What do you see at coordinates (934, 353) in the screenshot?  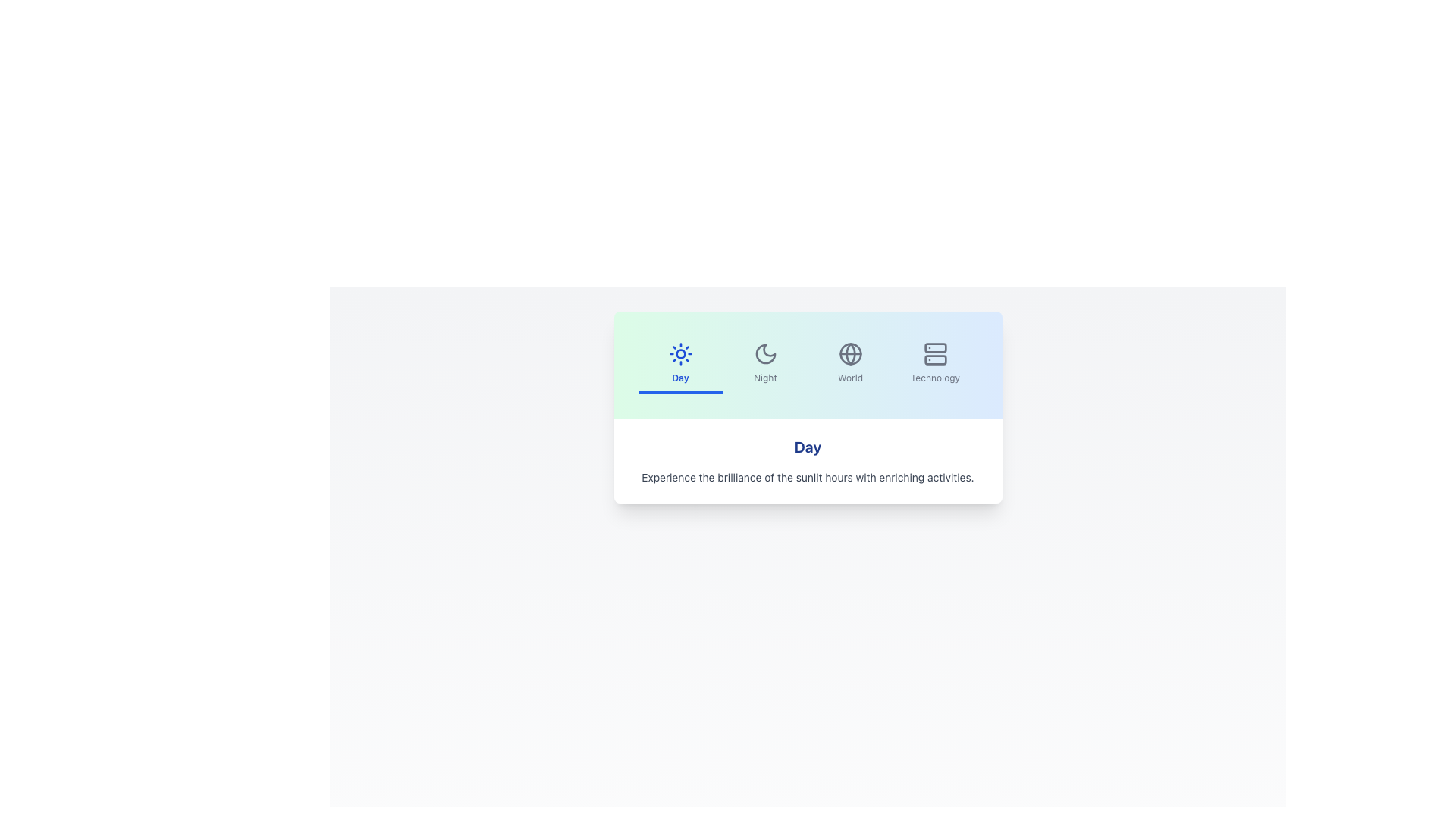 I see `the dual-row icon resembling a simplified server rack located in the 'Technology' section of the tab menu` at bounding box center [934, 353].